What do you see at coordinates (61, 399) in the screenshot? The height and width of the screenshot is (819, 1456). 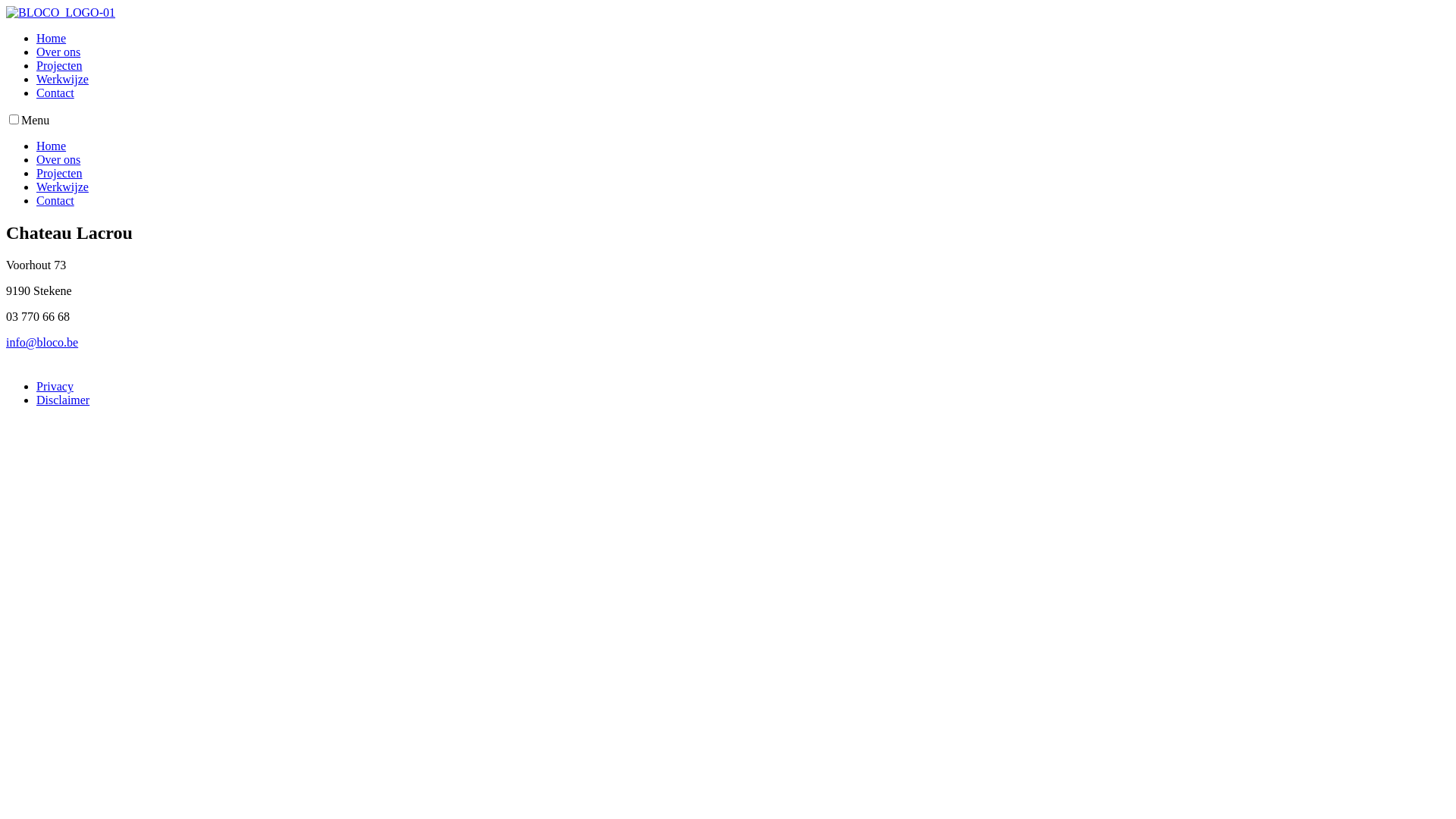 I see `'Disclaimer'` at bounding box center [61, 399].